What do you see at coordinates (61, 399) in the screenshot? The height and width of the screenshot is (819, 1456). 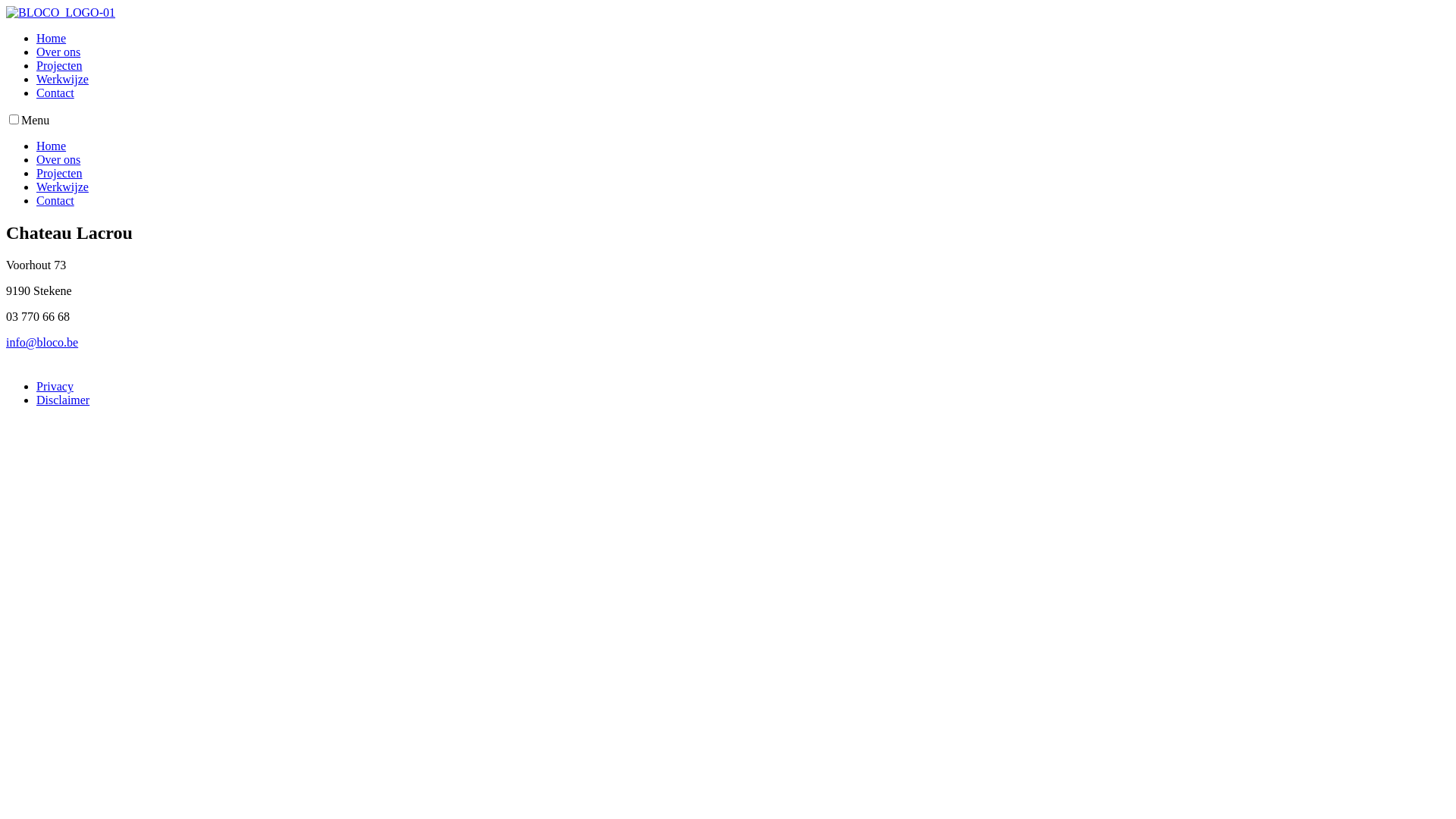 I see `'Disclaimer'` at bounding box center [61, 399].